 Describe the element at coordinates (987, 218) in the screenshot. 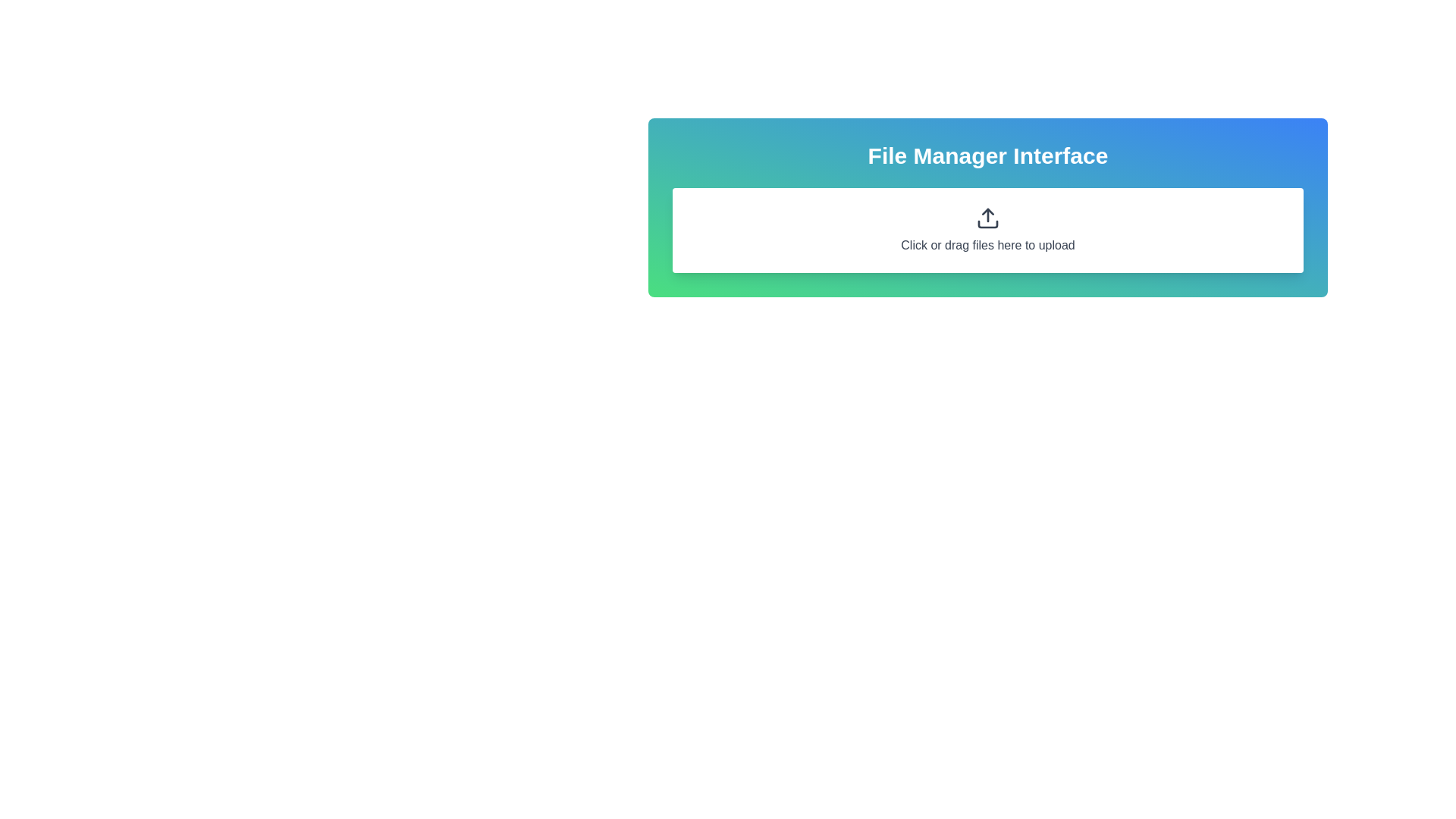

I see `the upward arrow icon, which is styled with a thick black outline and symbolizes an upload action, located within the rectangle labeled 'Click or drag files here to upload'` at that location.